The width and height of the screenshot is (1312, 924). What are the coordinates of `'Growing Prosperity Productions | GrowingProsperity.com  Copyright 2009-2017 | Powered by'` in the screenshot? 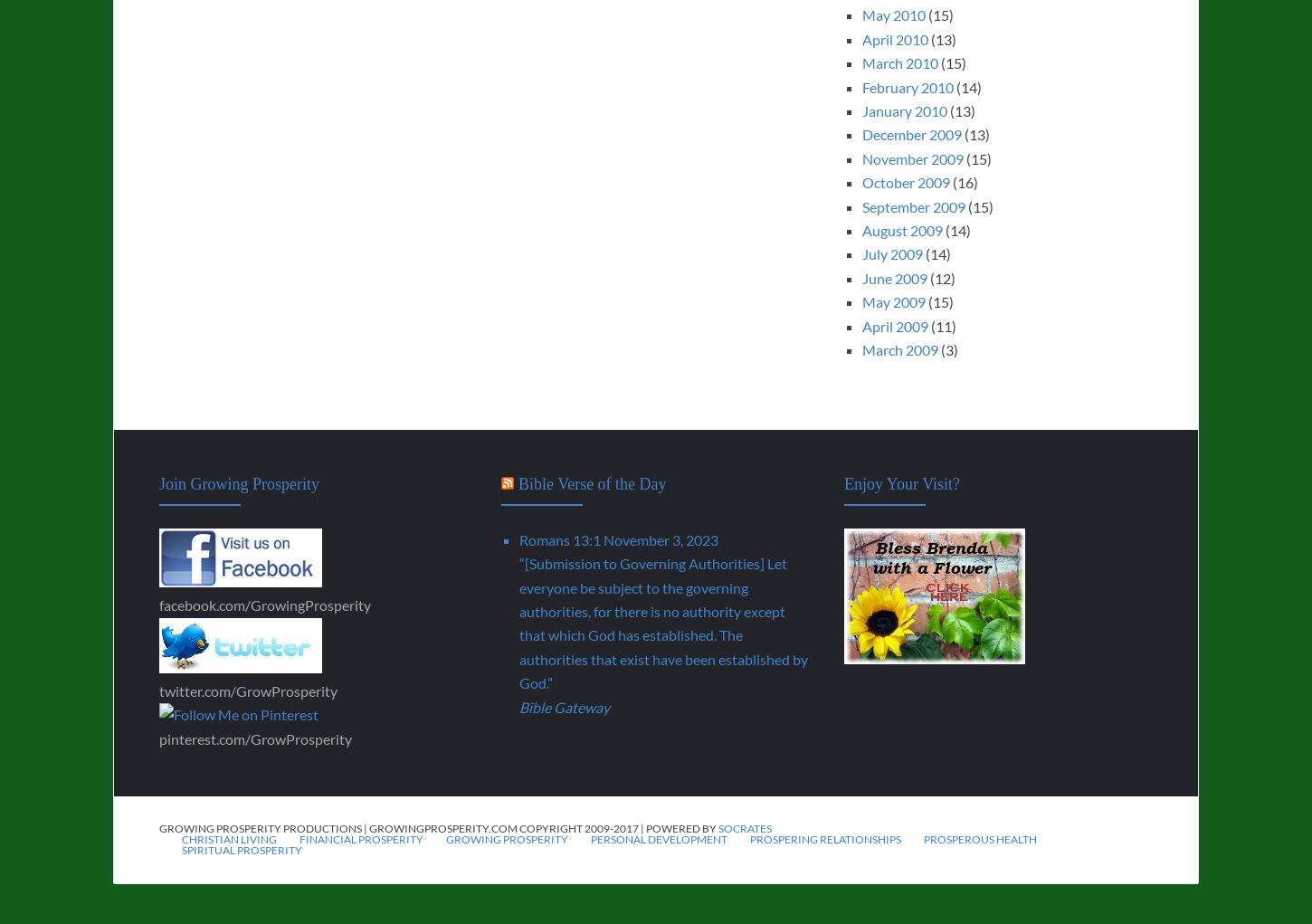 It's located at (439, 828).